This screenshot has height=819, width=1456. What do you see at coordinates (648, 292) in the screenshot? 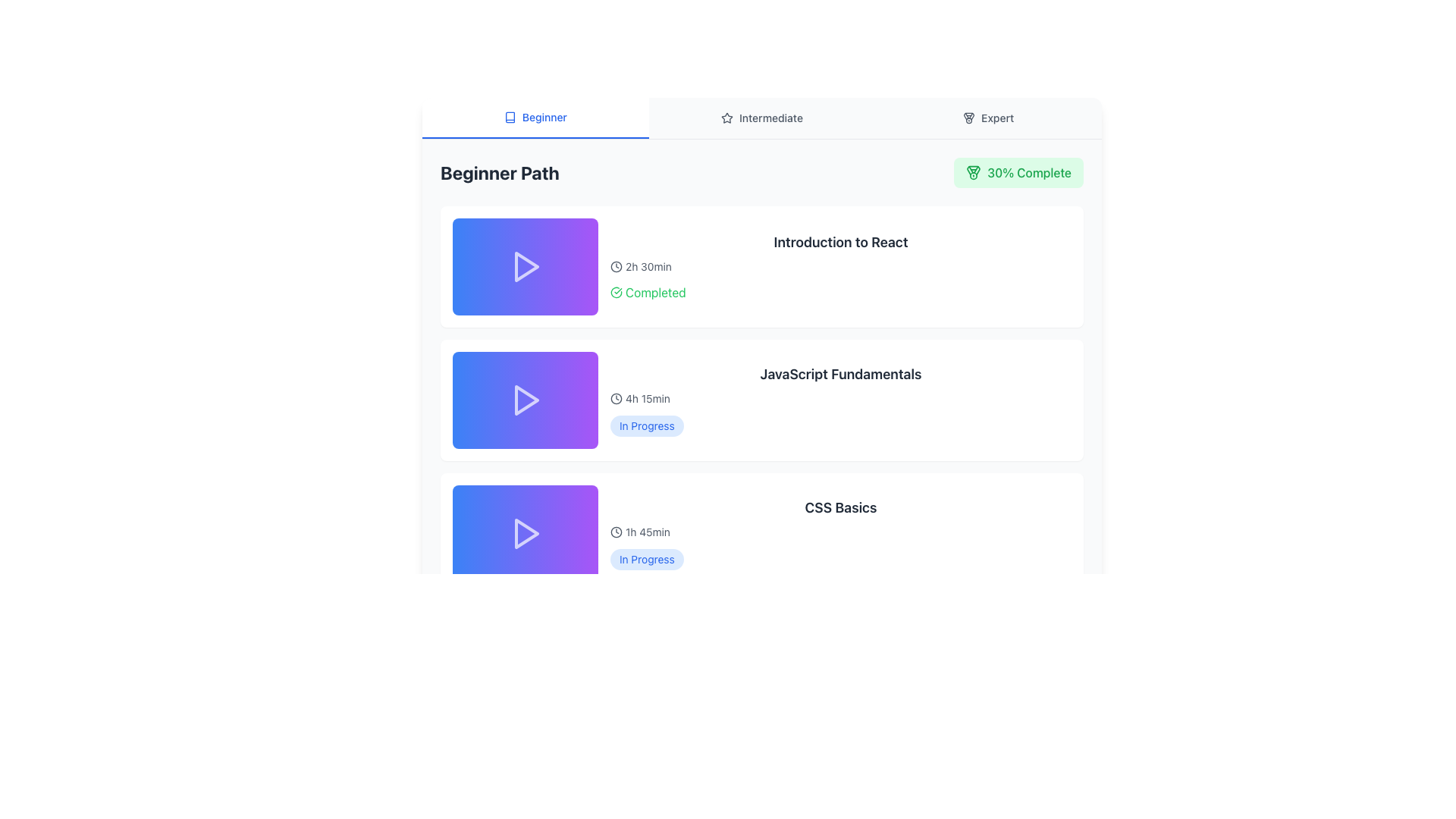
I see `the green 'Completed' status indicator with a checkmark icon located on the left side of the 'Introduction to React' course item under the time label '2h 30min'` at bounding box center [648, 292].